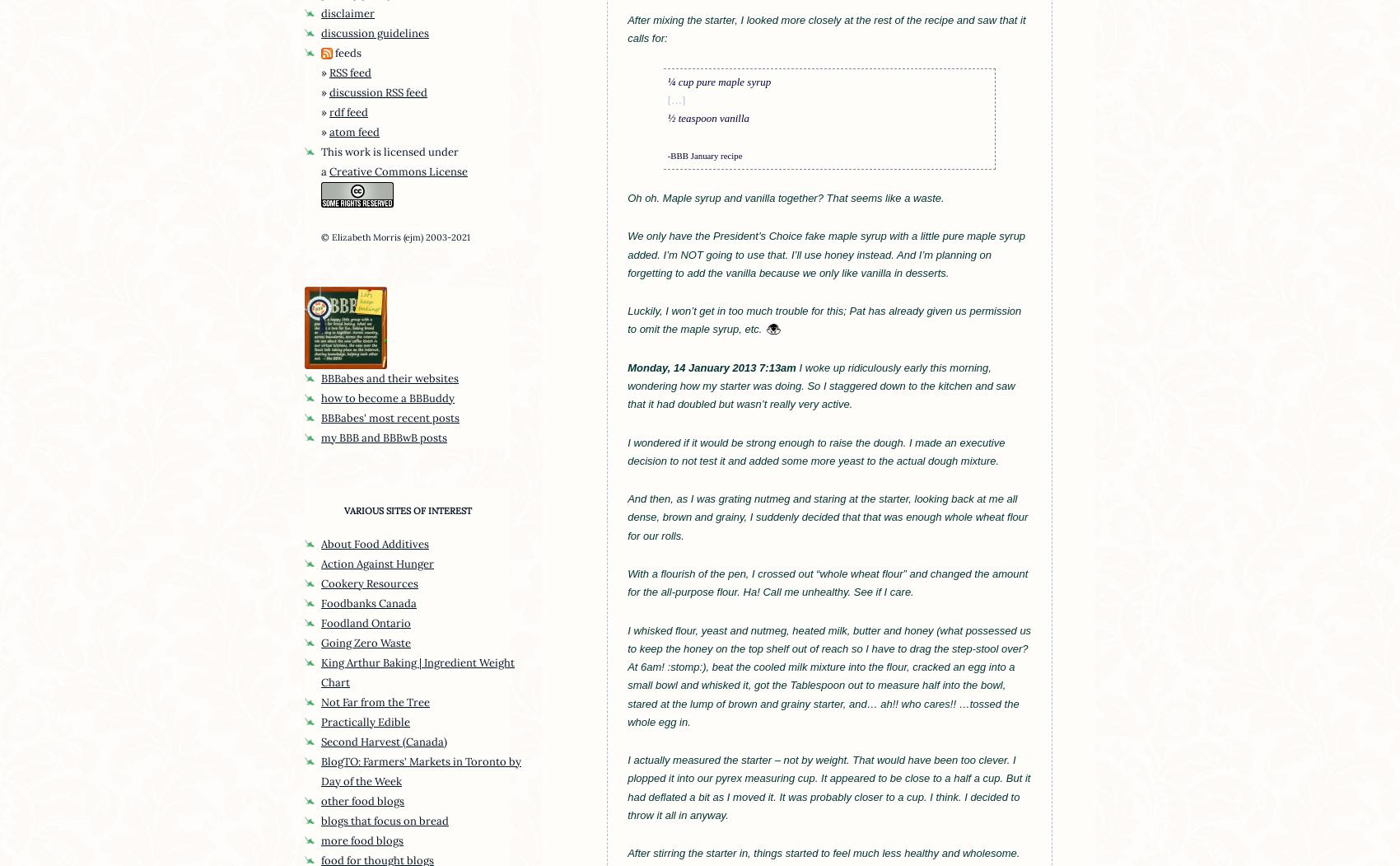 Image resolution: width=1400 pixels, height=866 pixels. What do you see at coordinates (375, 700) in the screenshot?
I see `'Not Far from the Tree'` at bounding box center [375, 700].